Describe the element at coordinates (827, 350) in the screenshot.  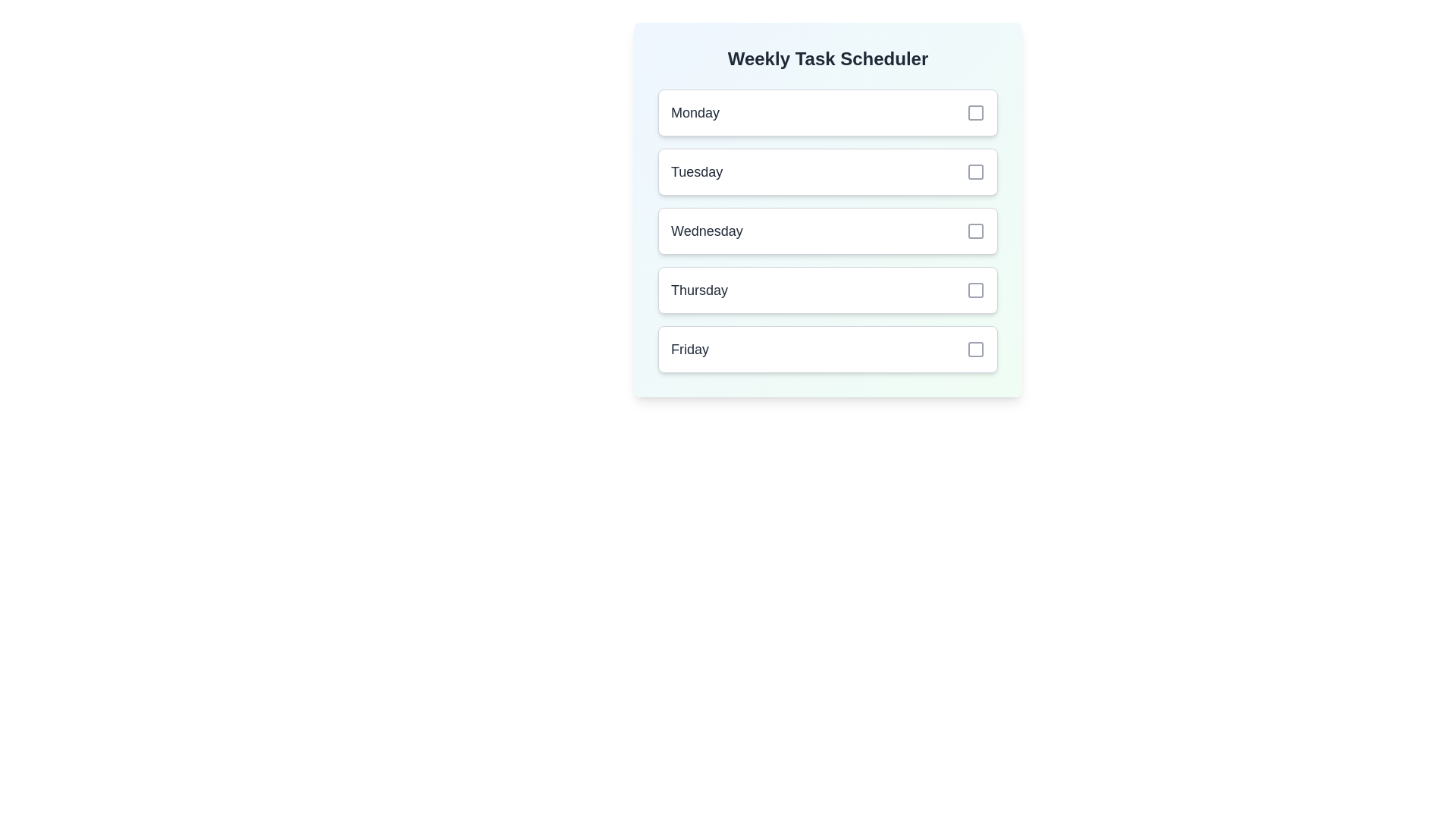
I see `the day Friday to view its details` at that location.